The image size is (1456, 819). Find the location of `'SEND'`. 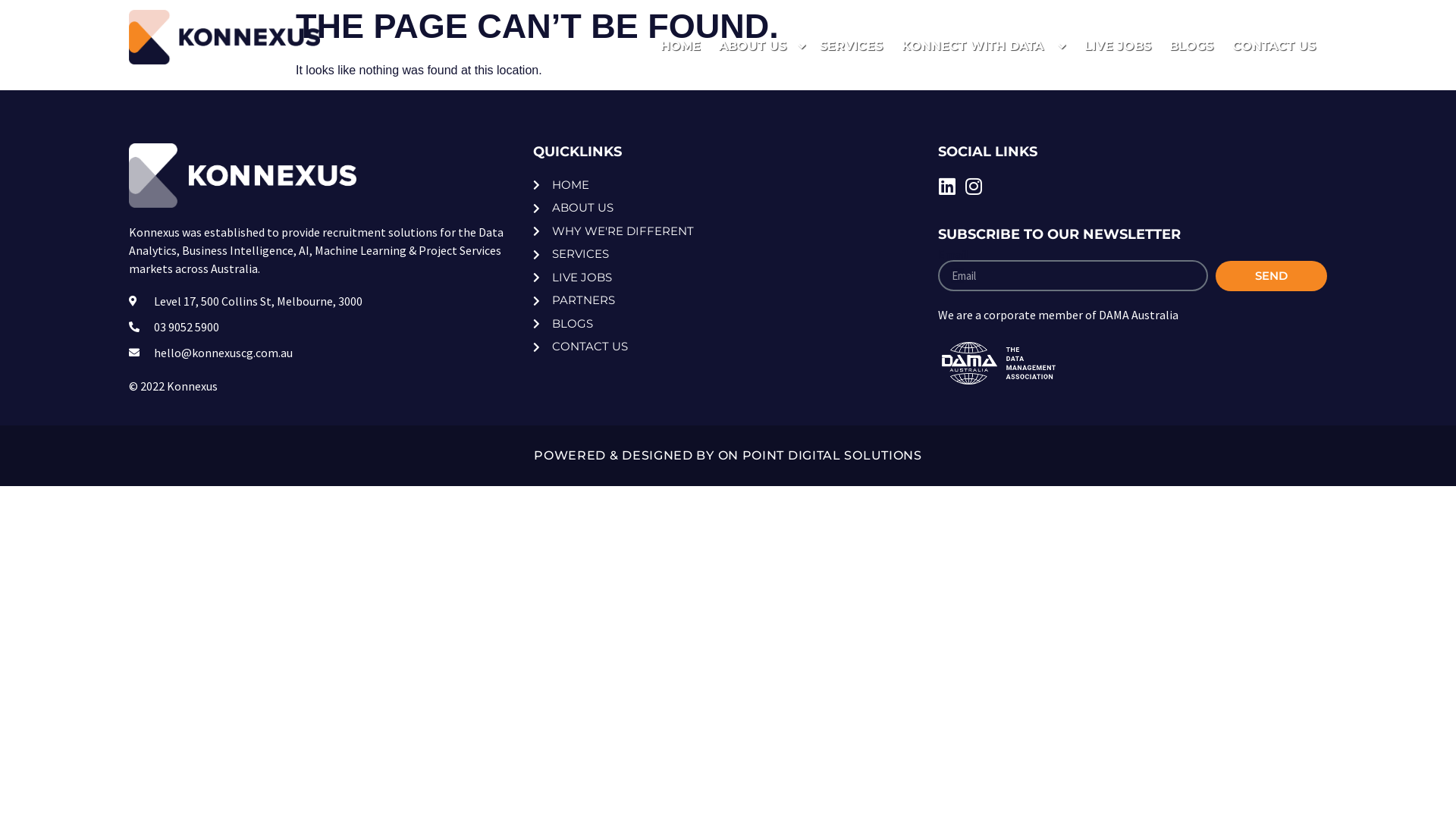

'SEND' is located at coordinates (1271, 275).